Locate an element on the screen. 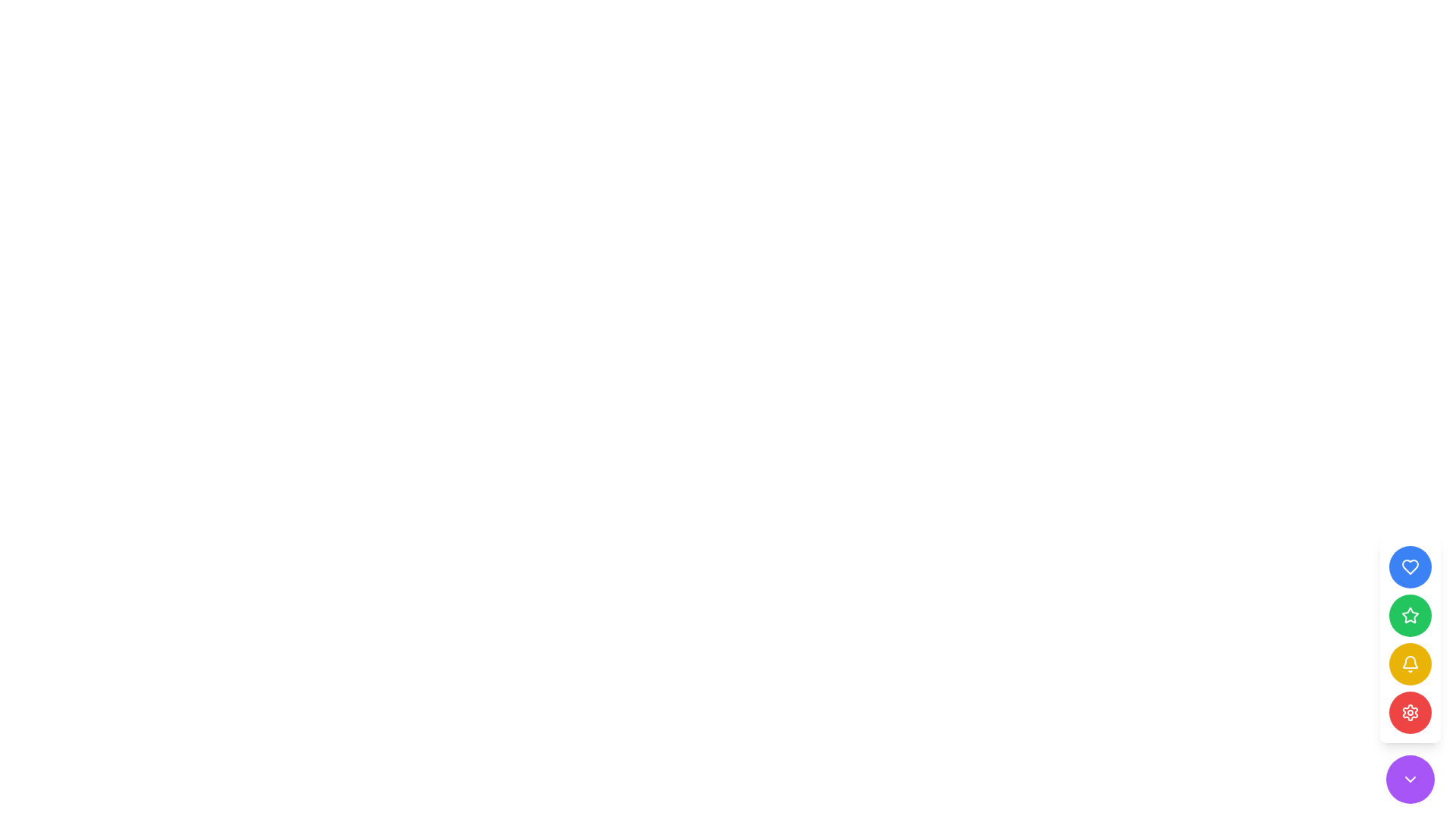 This screenshot has height=819, width=1456. the heart-shaped icon button located at the top of the vertical icon stack on the right-hand side of the interface, which features a white outline against a blue circular background is located at coordinates (1410, 567).